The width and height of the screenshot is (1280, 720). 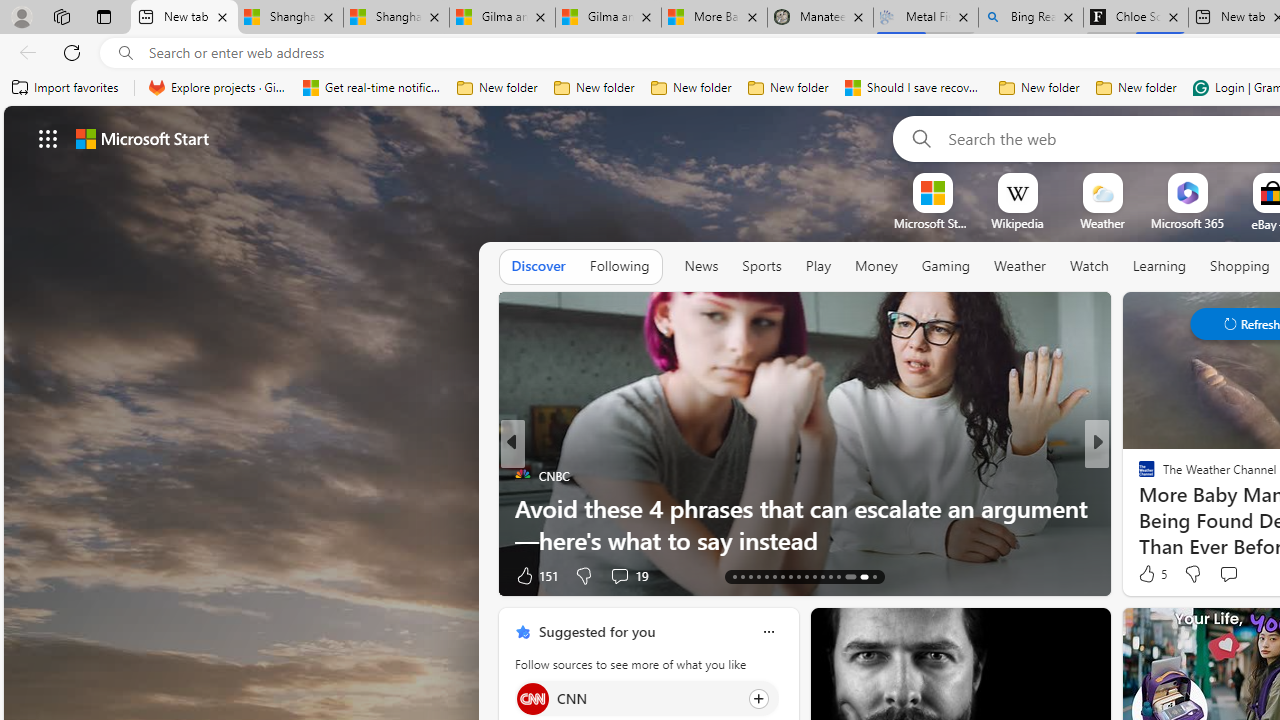 I want to click on 'Microsoft 365', so click(x=1187, y=223).